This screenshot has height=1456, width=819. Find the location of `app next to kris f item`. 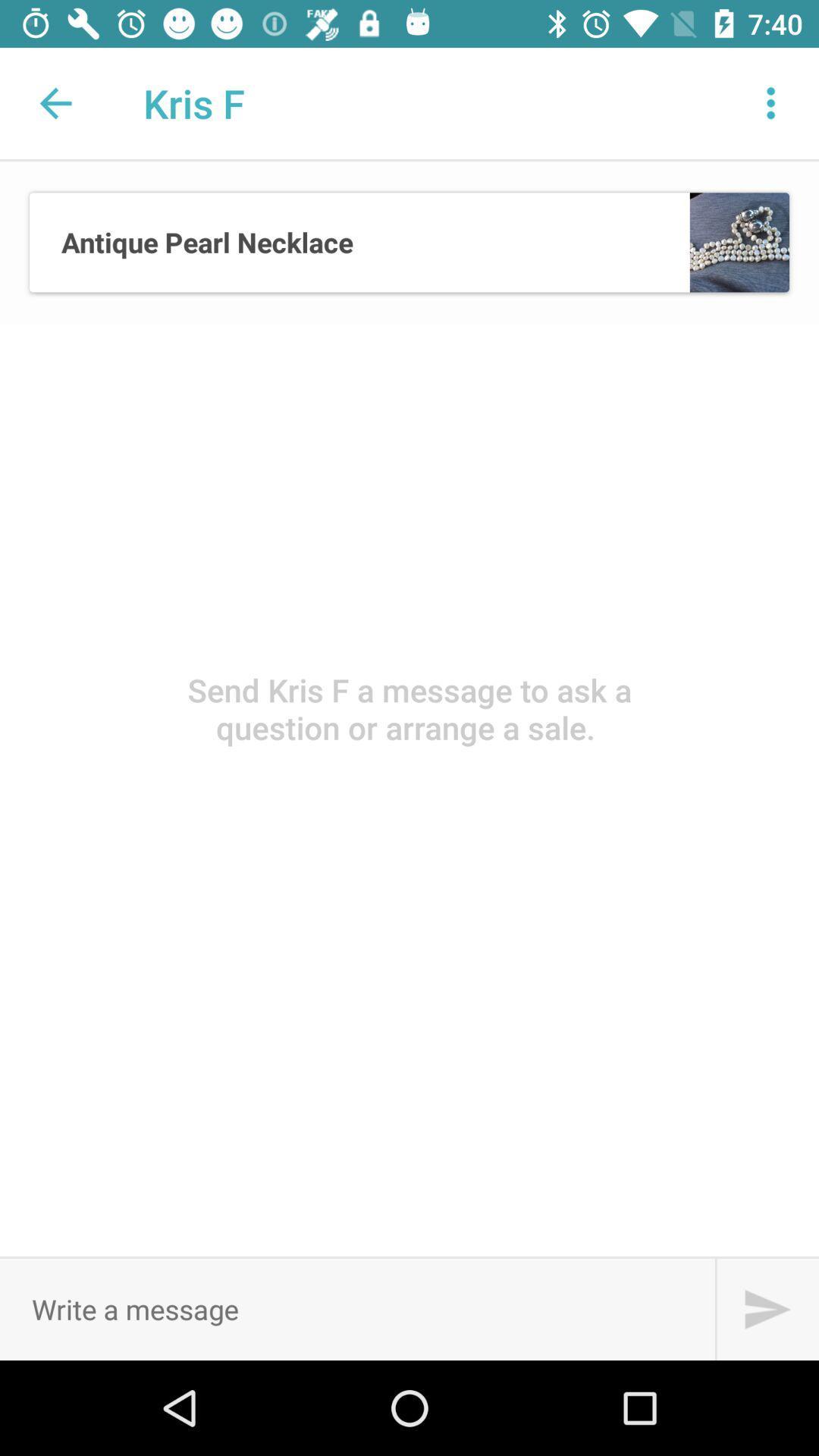

app next to kris f item is located at coordinates (771, 102).